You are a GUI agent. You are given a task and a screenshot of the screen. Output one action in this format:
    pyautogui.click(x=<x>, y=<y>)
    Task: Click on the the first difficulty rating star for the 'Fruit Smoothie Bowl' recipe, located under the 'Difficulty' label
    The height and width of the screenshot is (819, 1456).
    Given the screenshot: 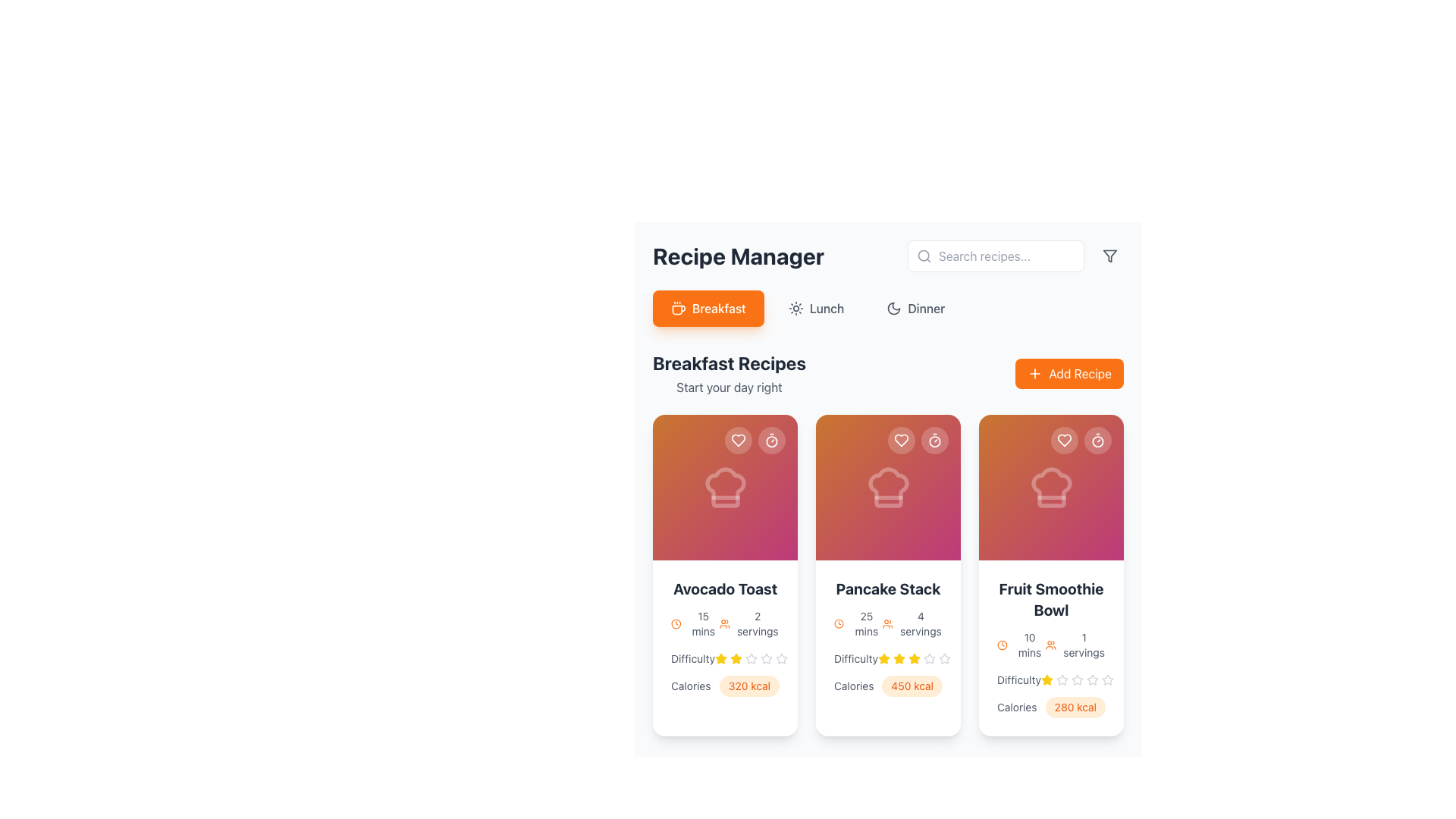 What is the action you would take?
    pyautogui.click(x=1092, y=679)
    